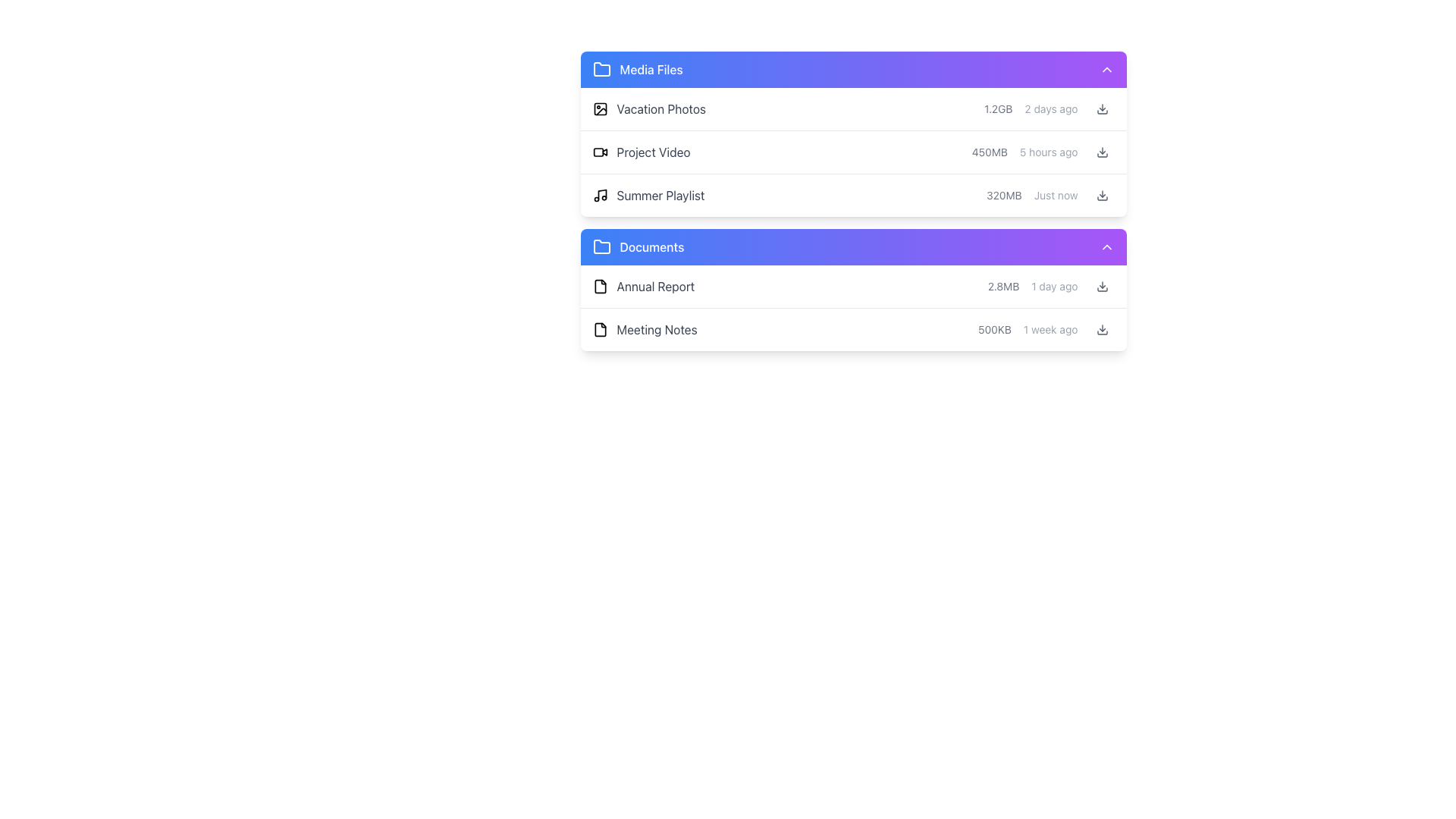 The image size is (1456, 819). Describe the element at coordinates (599, 108) in the screenshot. I see `the icon indicating 'Vacation Photos' for additional options` at that location.